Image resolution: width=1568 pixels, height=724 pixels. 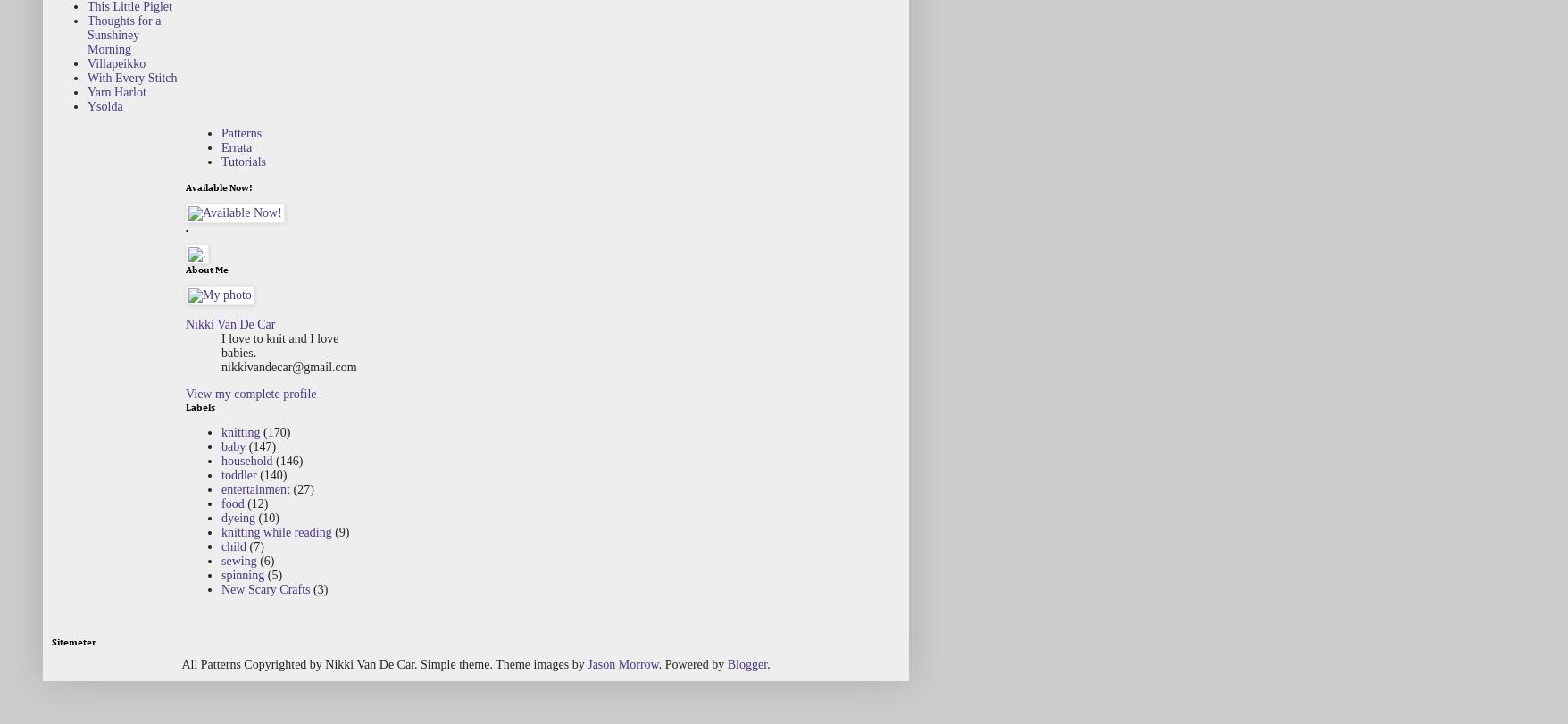 What do you see at coordinates (246, 502) in the screenshot?
I see `'(12)'` at bounding box center [246, 502].